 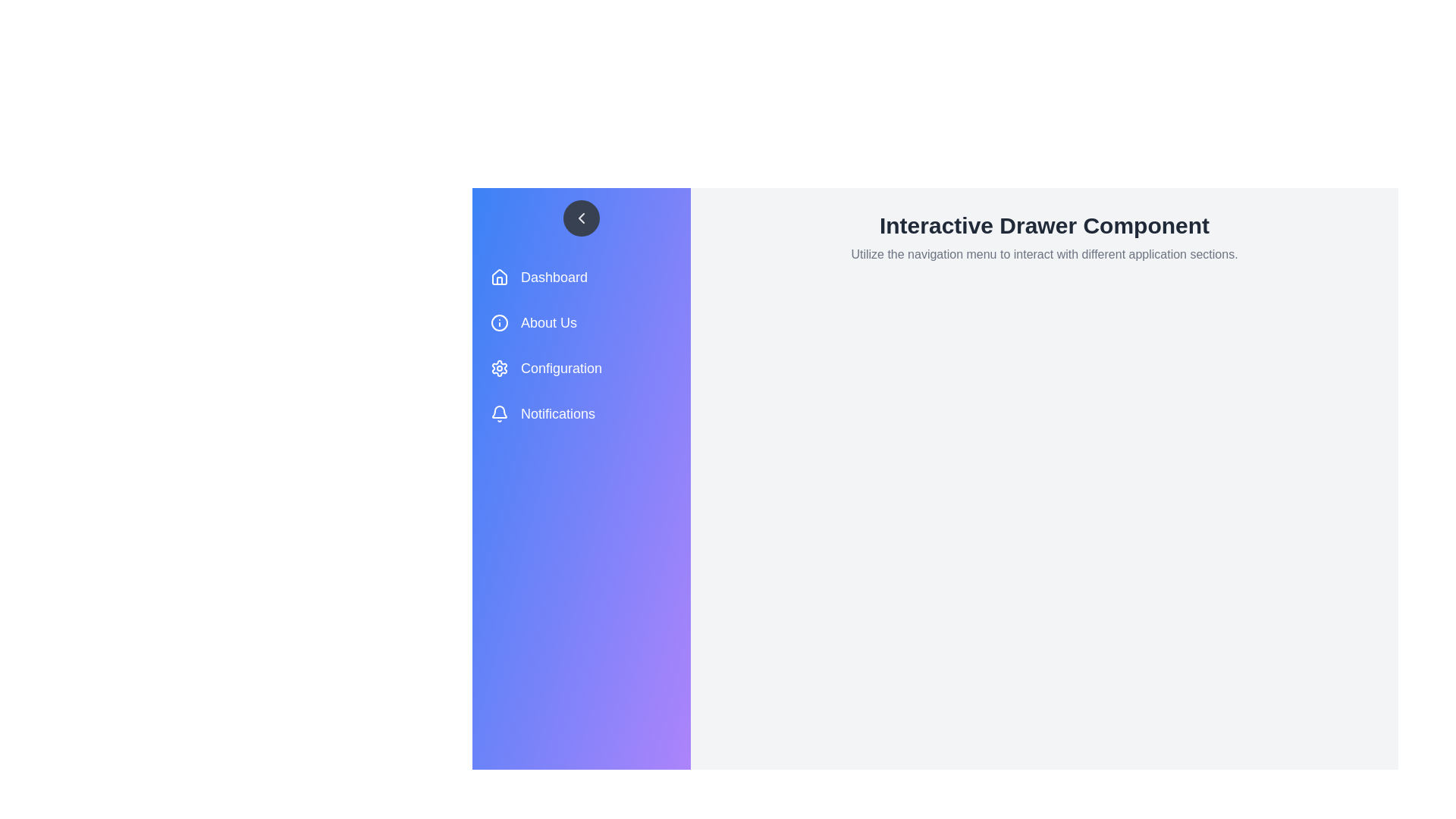 I want to click on the gear icon in the left navigation panel, which represents settings and is located next to the 'Configuration' text, so click(x=499, y=369).